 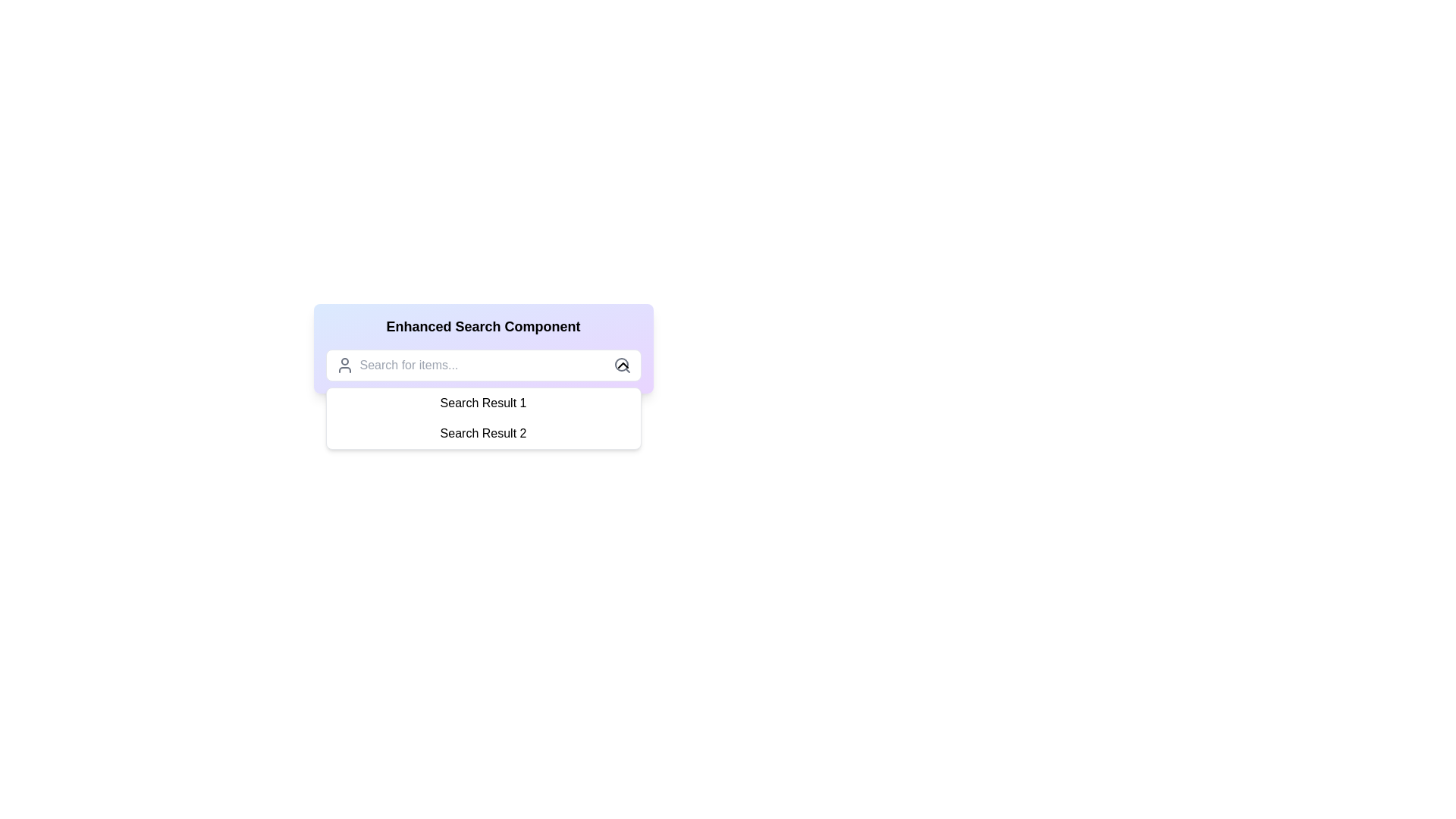 What do you see at coordinates (621, 365) in the screenshot?
I see `the circle element of the magnifying glass icon, which symbolizes the search functionality in the search bar` at bounding box center [621, 365].